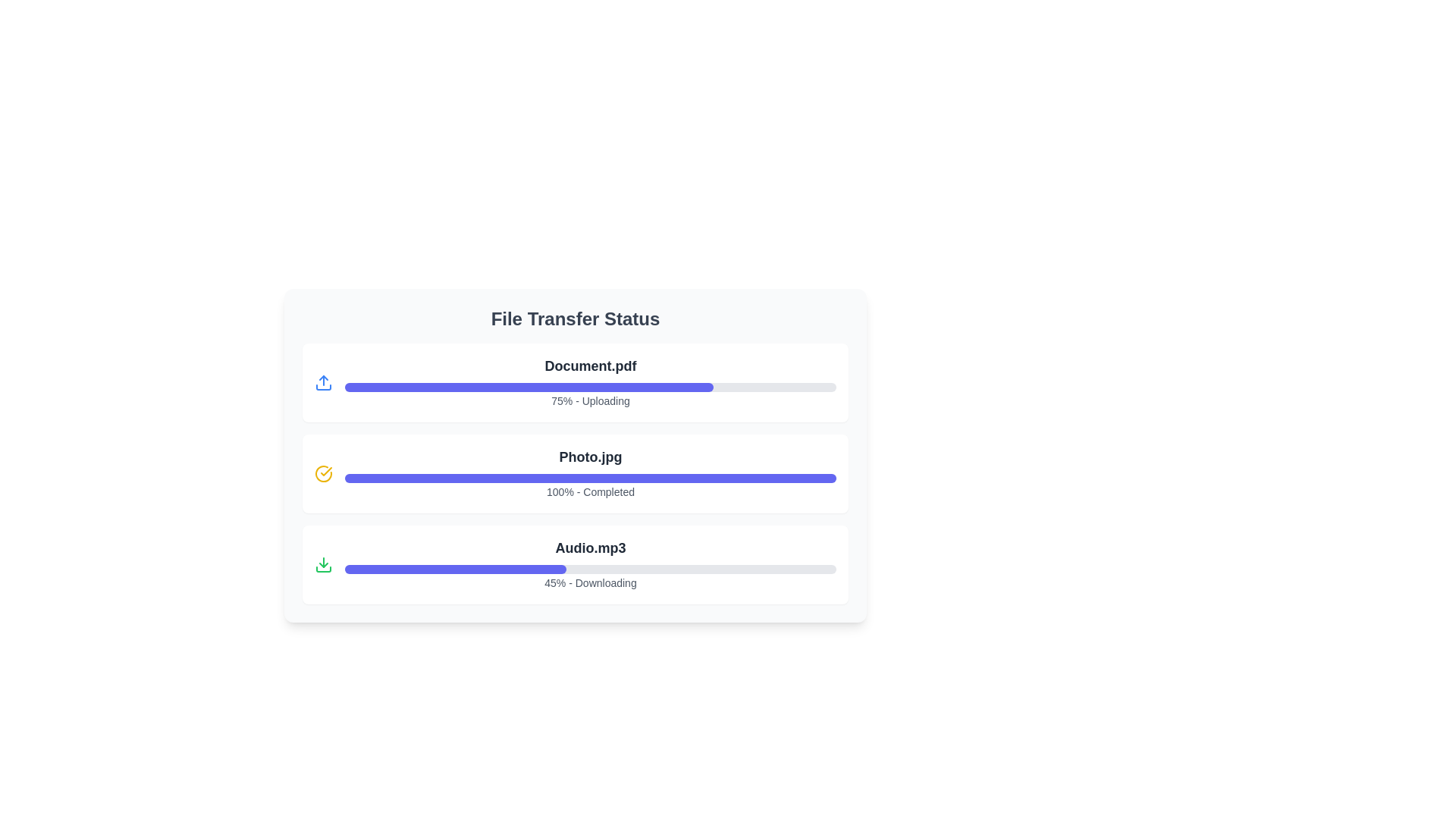 The height and width of the screenshot is (819, 1456). I want to click on static text label 'Audio.mp3' displayed in bold, large gray font within the 'File Transfer Status' section of the interface, so click(589, 548).